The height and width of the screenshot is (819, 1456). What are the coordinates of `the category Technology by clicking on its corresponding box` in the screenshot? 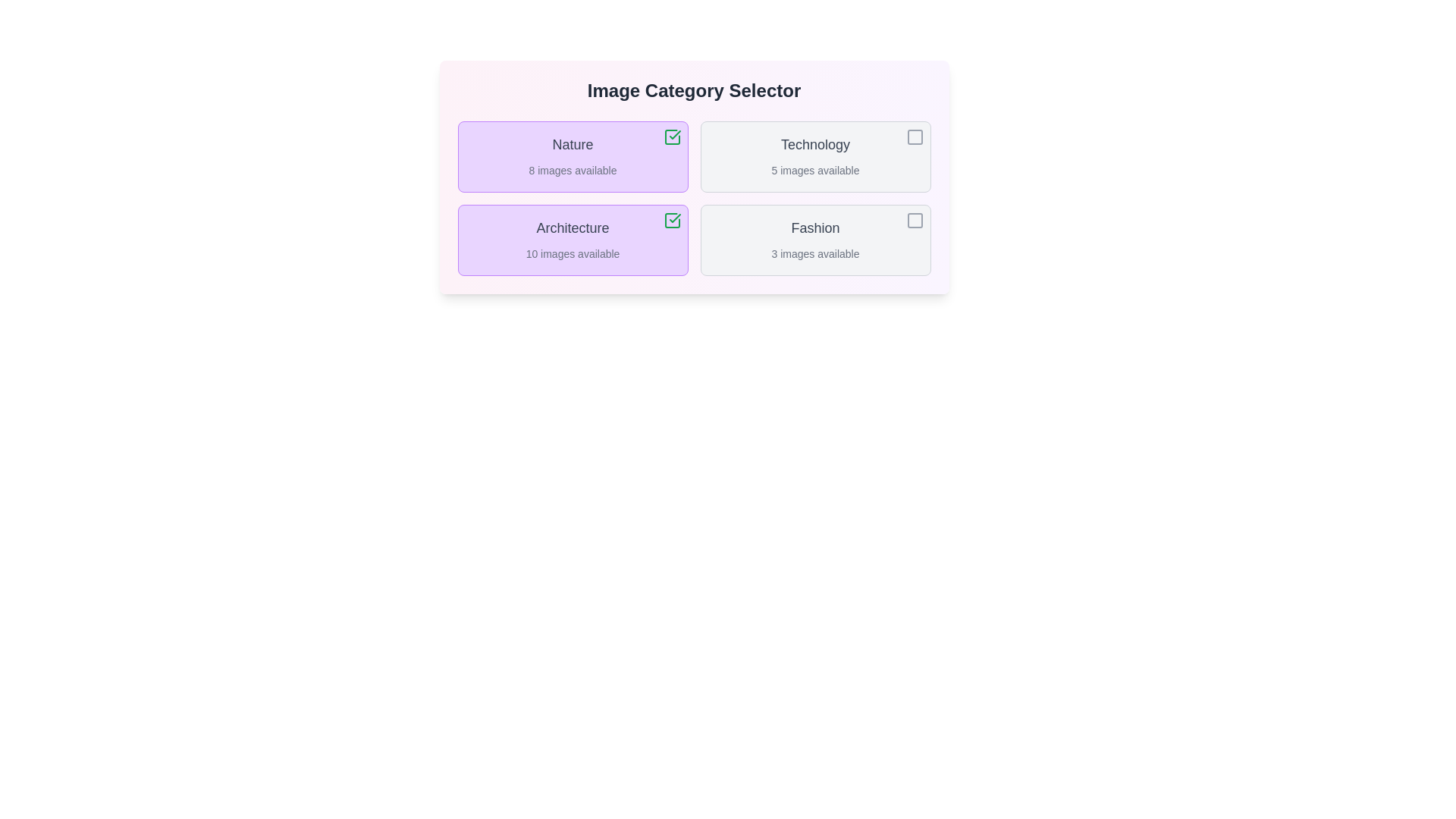 It's located at (814, 157).